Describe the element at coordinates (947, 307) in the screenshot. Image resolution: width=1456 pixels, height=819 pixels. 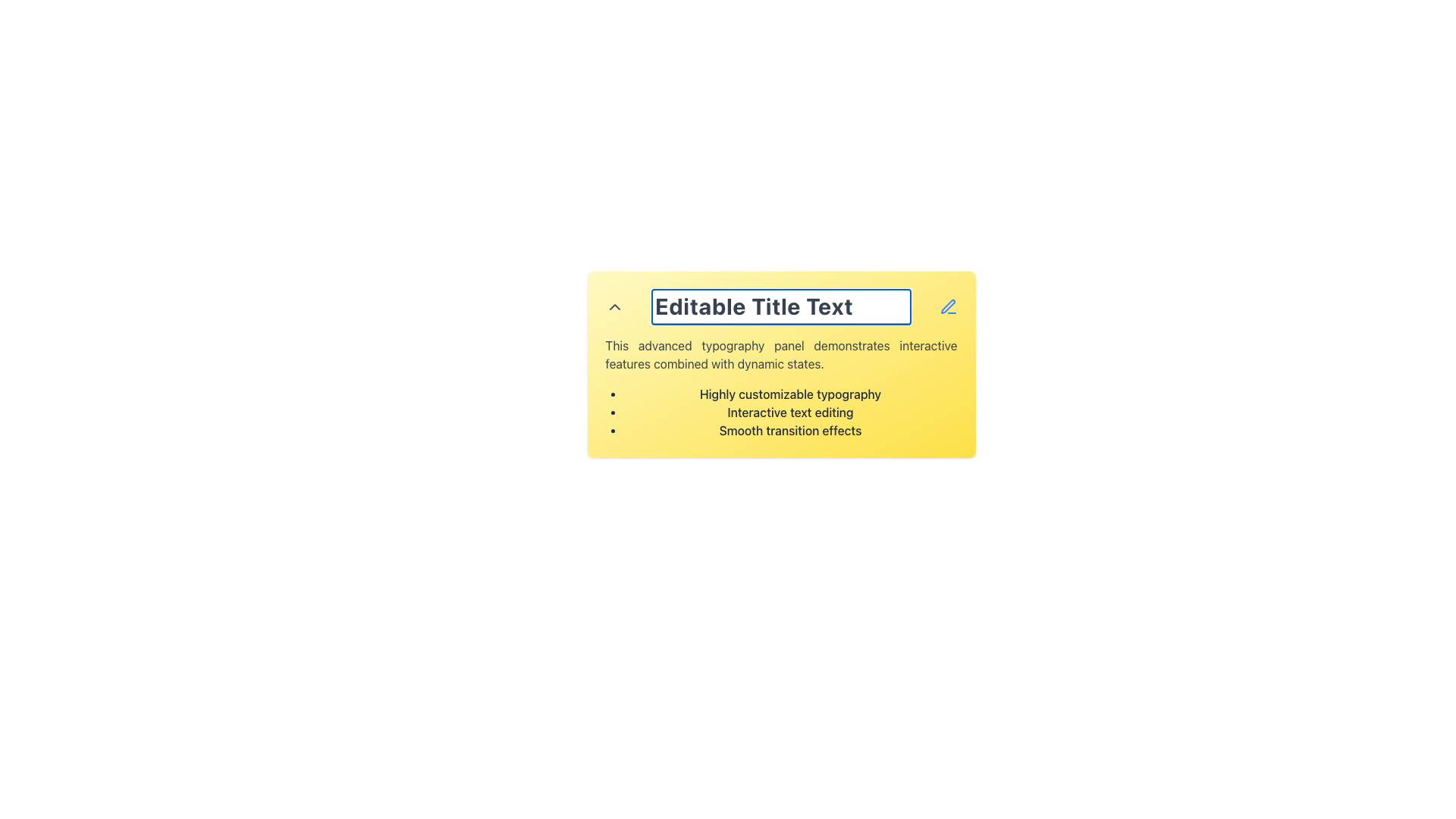
I see `the edit icon button located at the top-right corner of the yellow box to initiate the editing mode for the associated title text` at that location.